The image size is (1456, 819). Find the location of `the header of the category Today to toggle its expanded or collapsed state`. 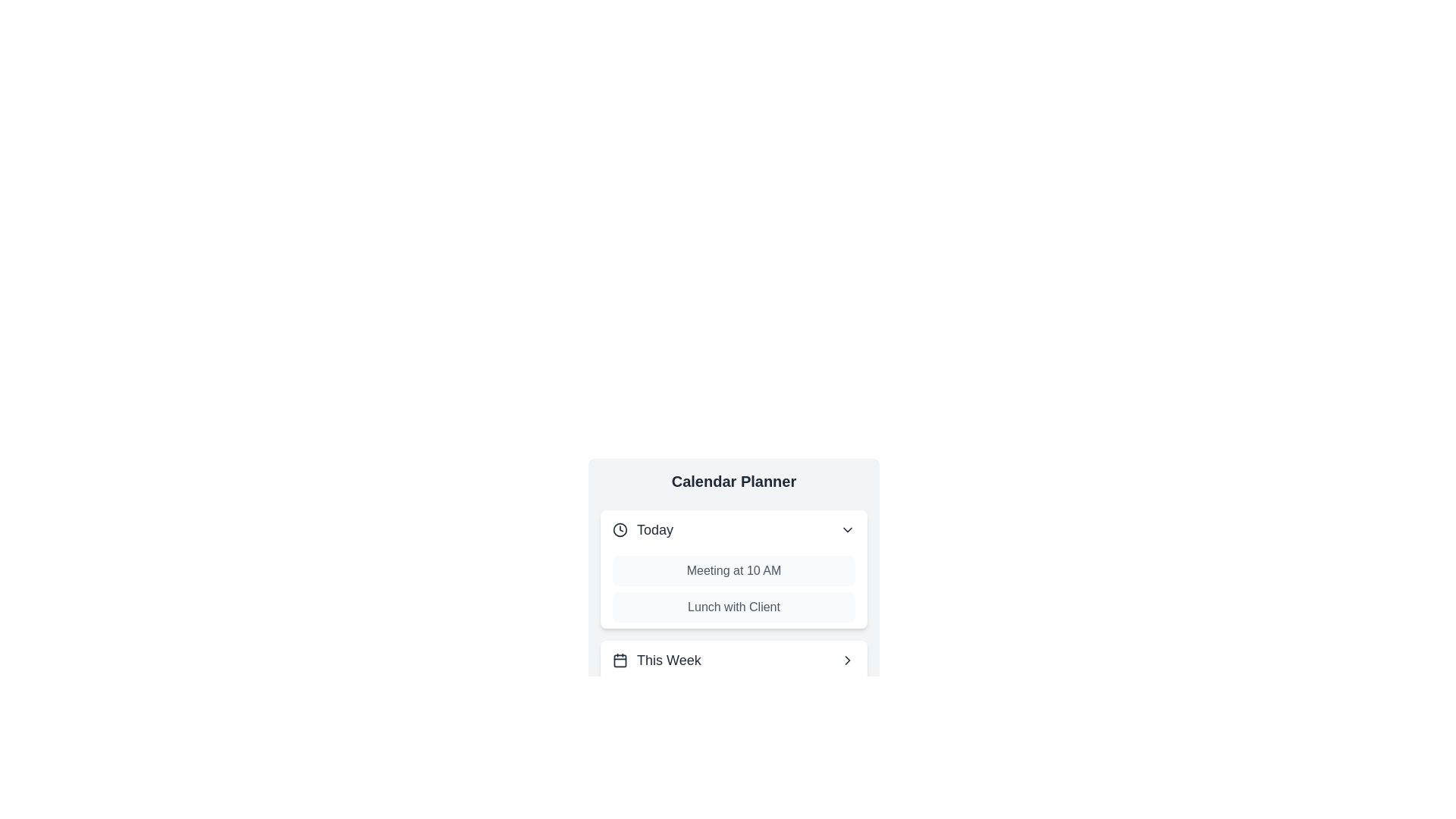

the header of the category Today to toggle its expanded or collapsed state is located at coordinates (734, 529).